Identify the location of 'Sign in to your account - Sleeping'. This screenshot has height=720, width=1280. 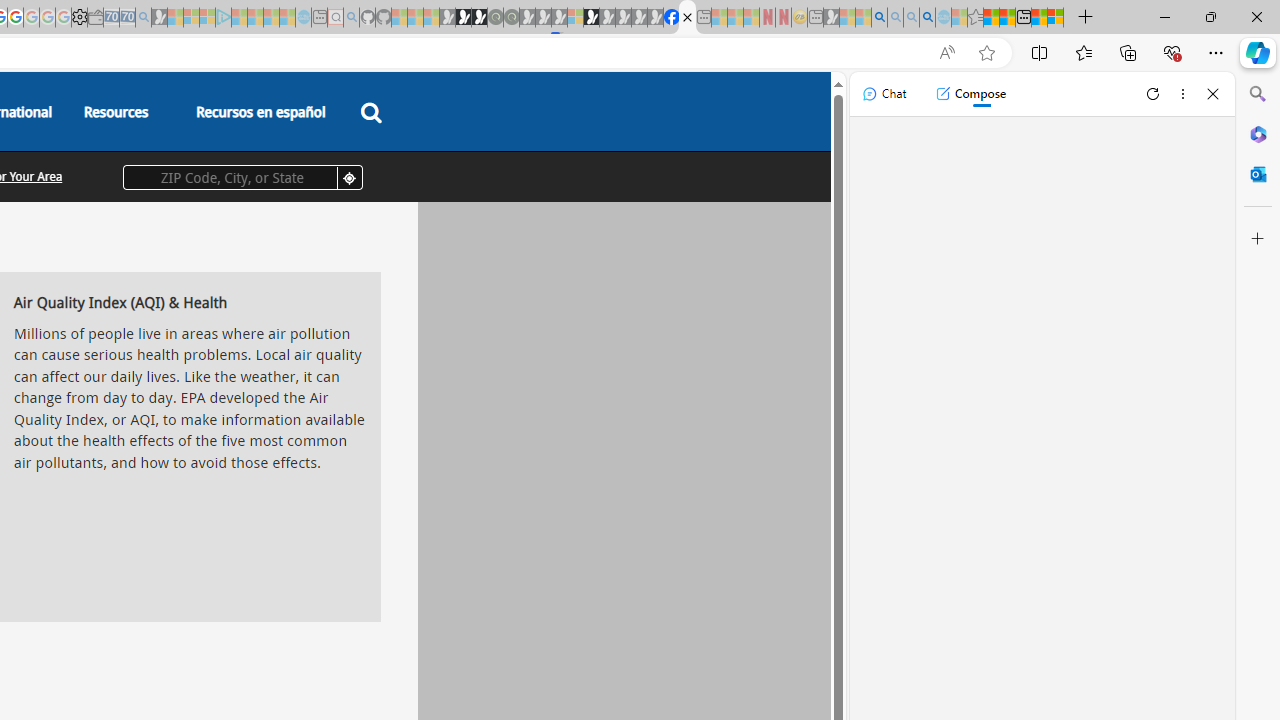
(574, 17).